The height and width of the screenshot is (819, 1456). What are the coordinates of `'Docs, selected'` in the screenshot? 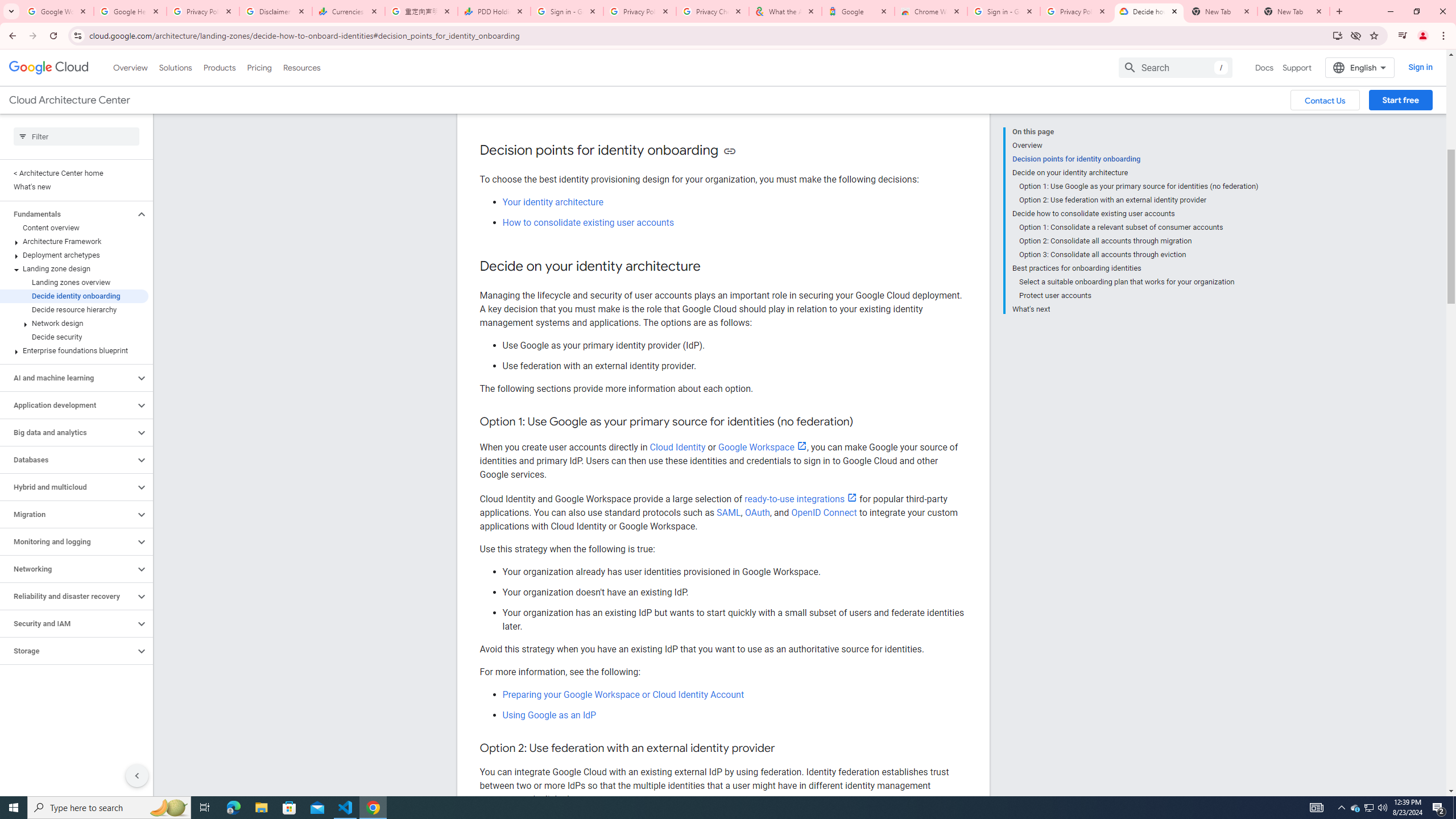 It's located at (1264, 67).